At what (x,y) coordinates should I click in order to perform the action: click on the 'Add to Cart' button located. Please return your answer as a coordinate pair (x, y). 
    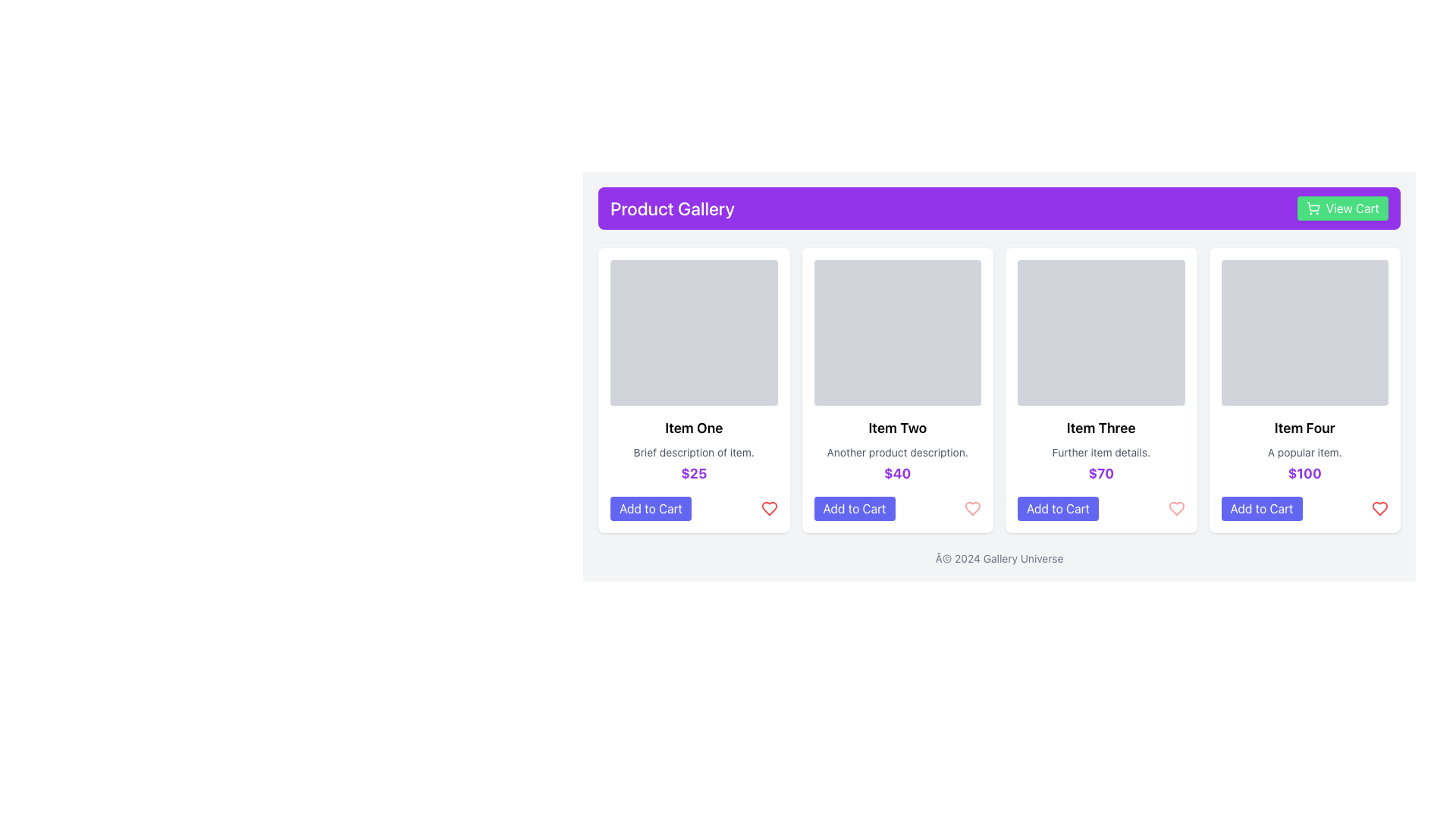
    Looking at the image, I should click on (693, 509).